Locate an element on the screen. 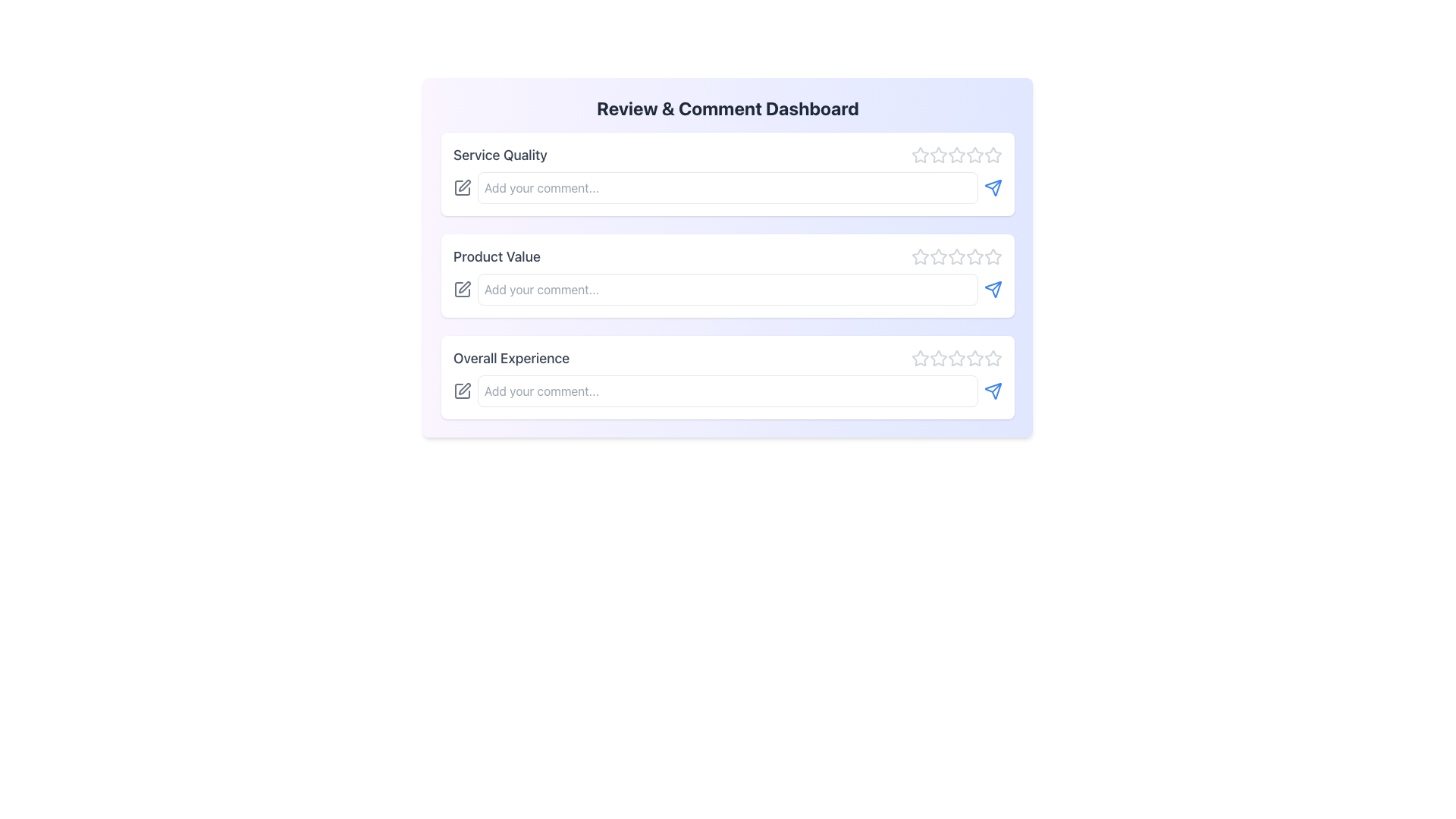 The height and width of the screenshot is (819, 1456). to select text in the horizontal text input field with light gray borders and rounded corners, which contains the placeholder text 'Add your comment...' is located at coordinates (728, 289).